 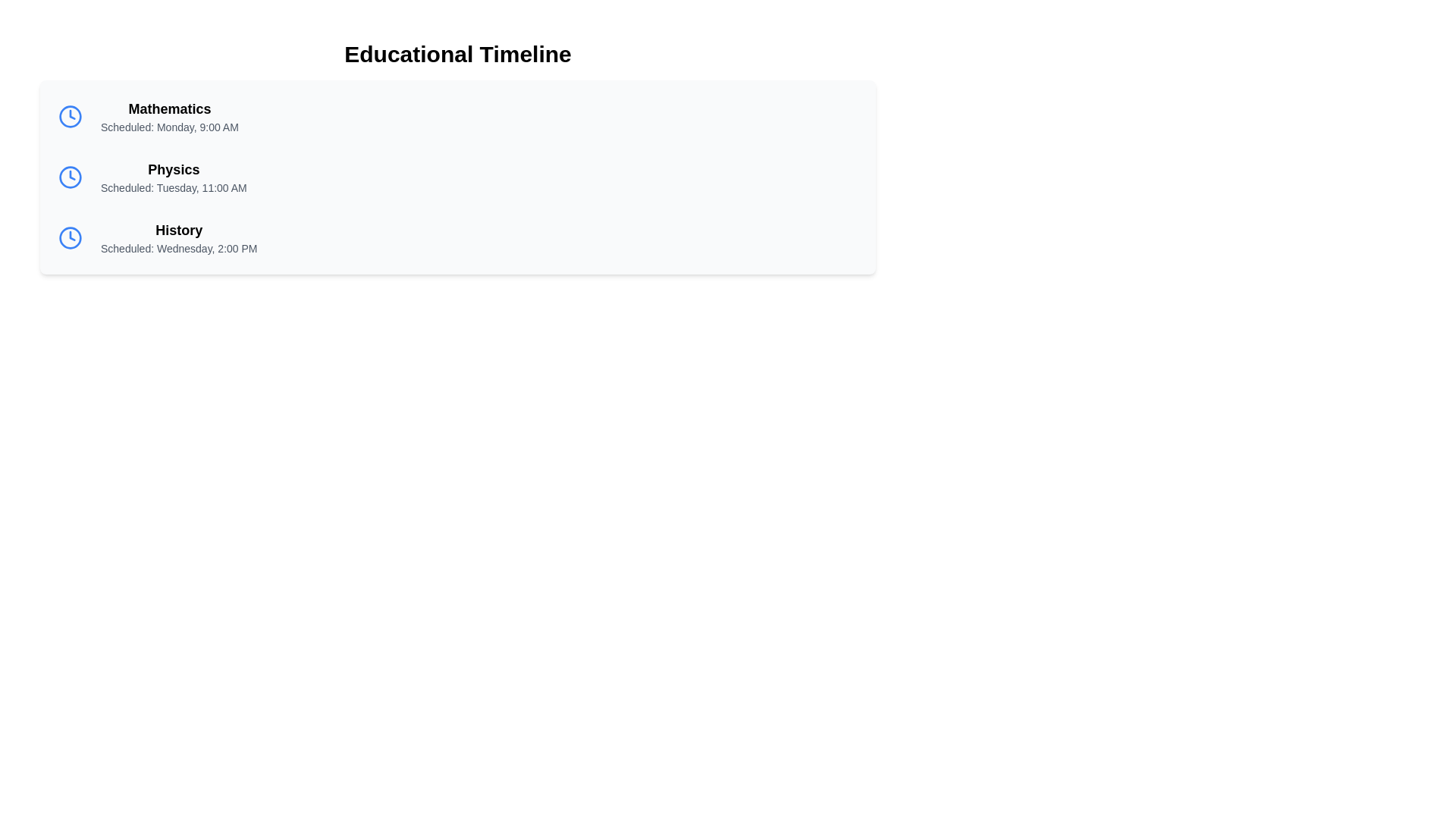 I want to click on the text element labeled as a topic title located below 'Mathematics' and 'Physics' in the educational schedule section under 'Educational Timeline', so click(x=179, y=231).